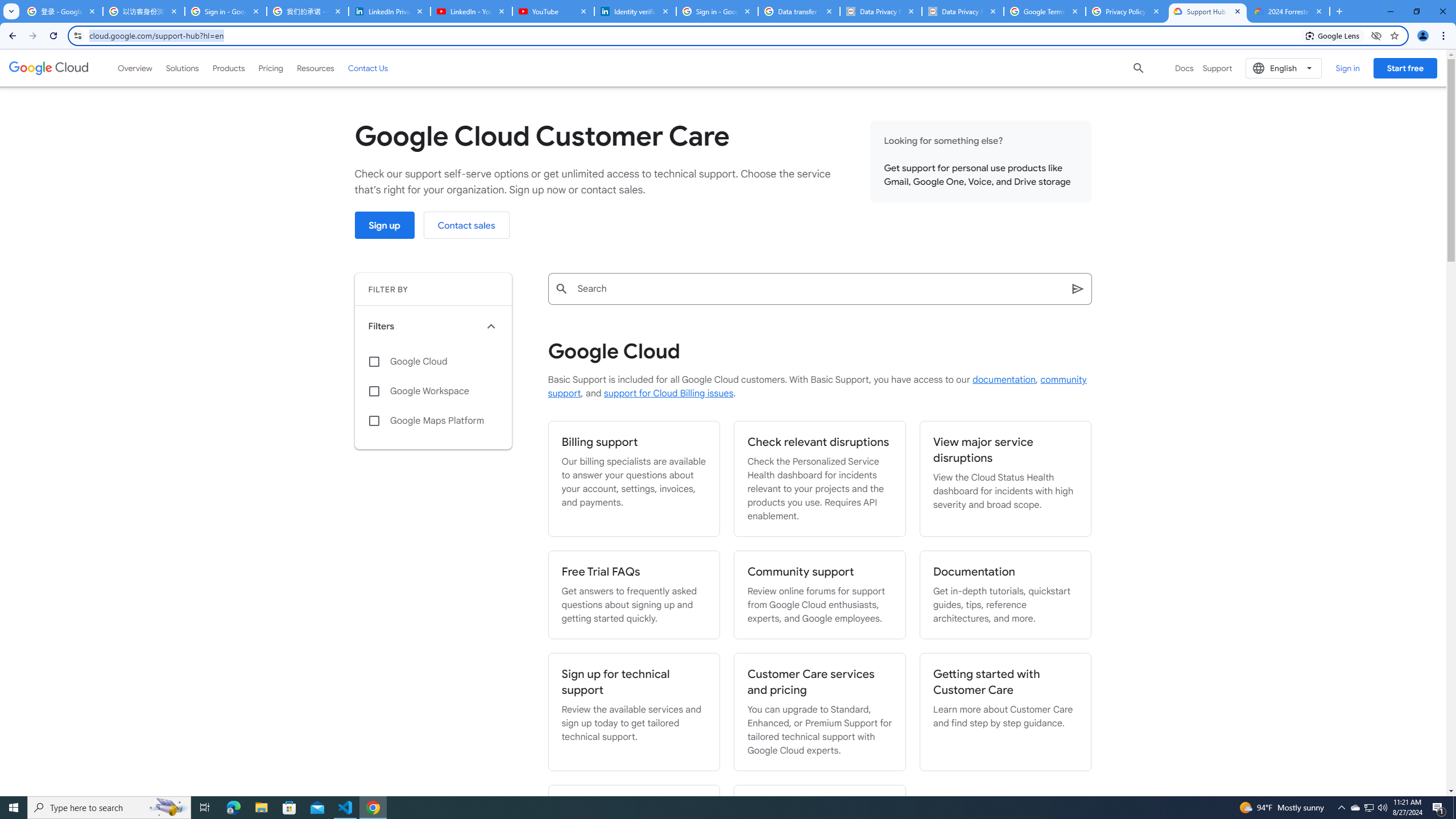  I want to click on 'Google Maps Platform', so click(433, 420).